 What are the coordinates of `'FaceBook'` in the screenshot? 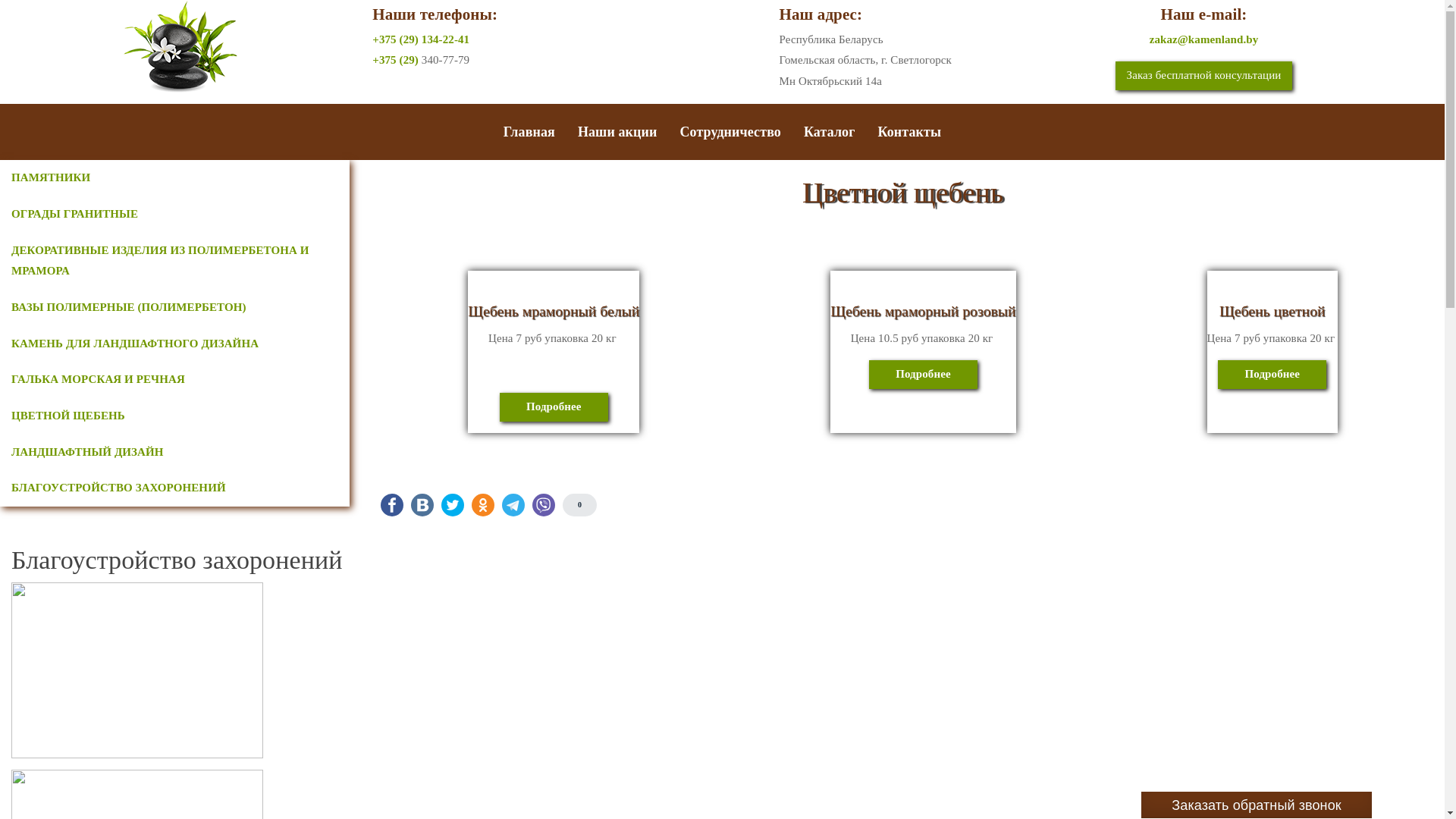 It's located at (392, 505).